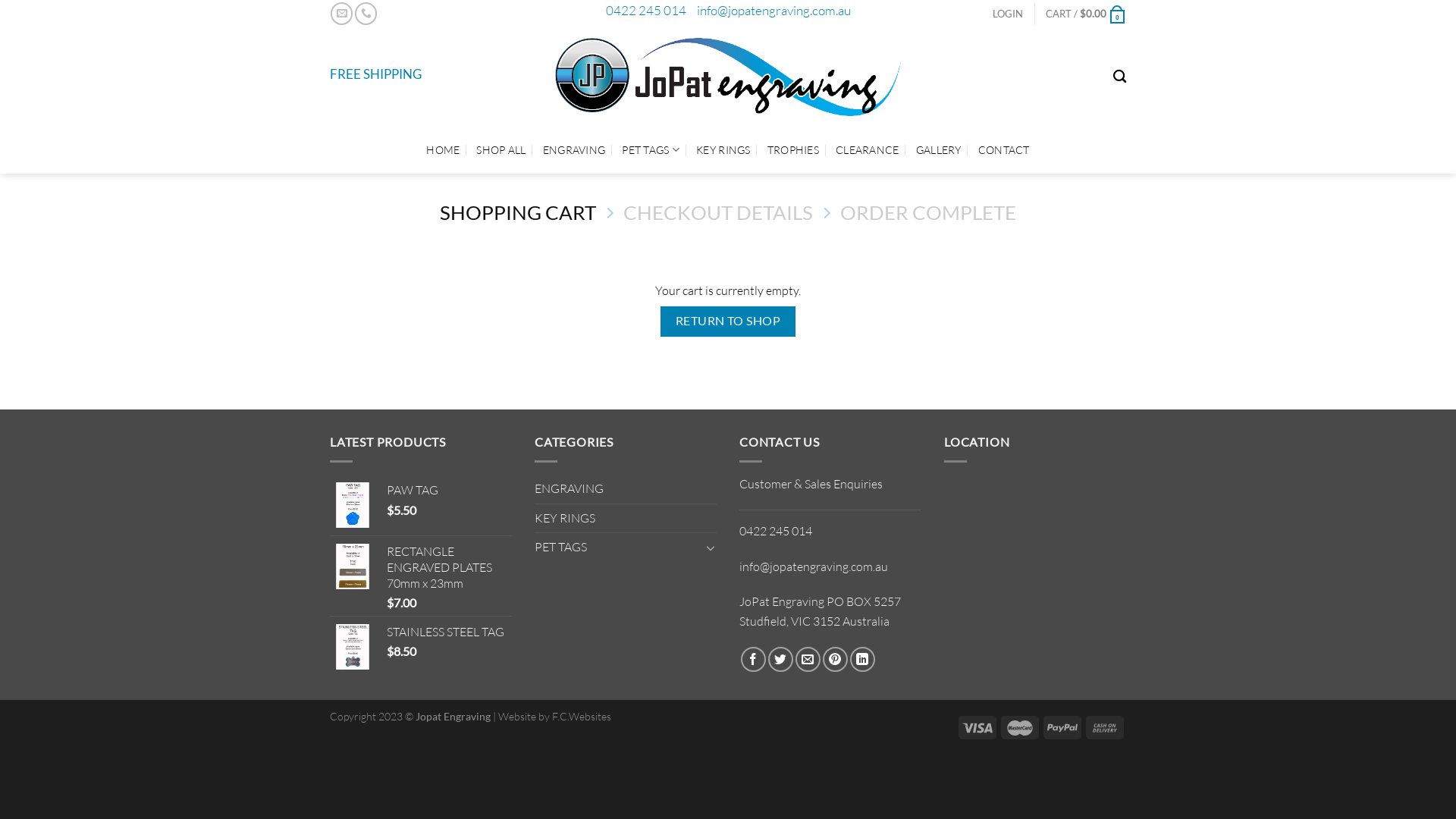  I want to click on 'Call us', so click(366, 13).